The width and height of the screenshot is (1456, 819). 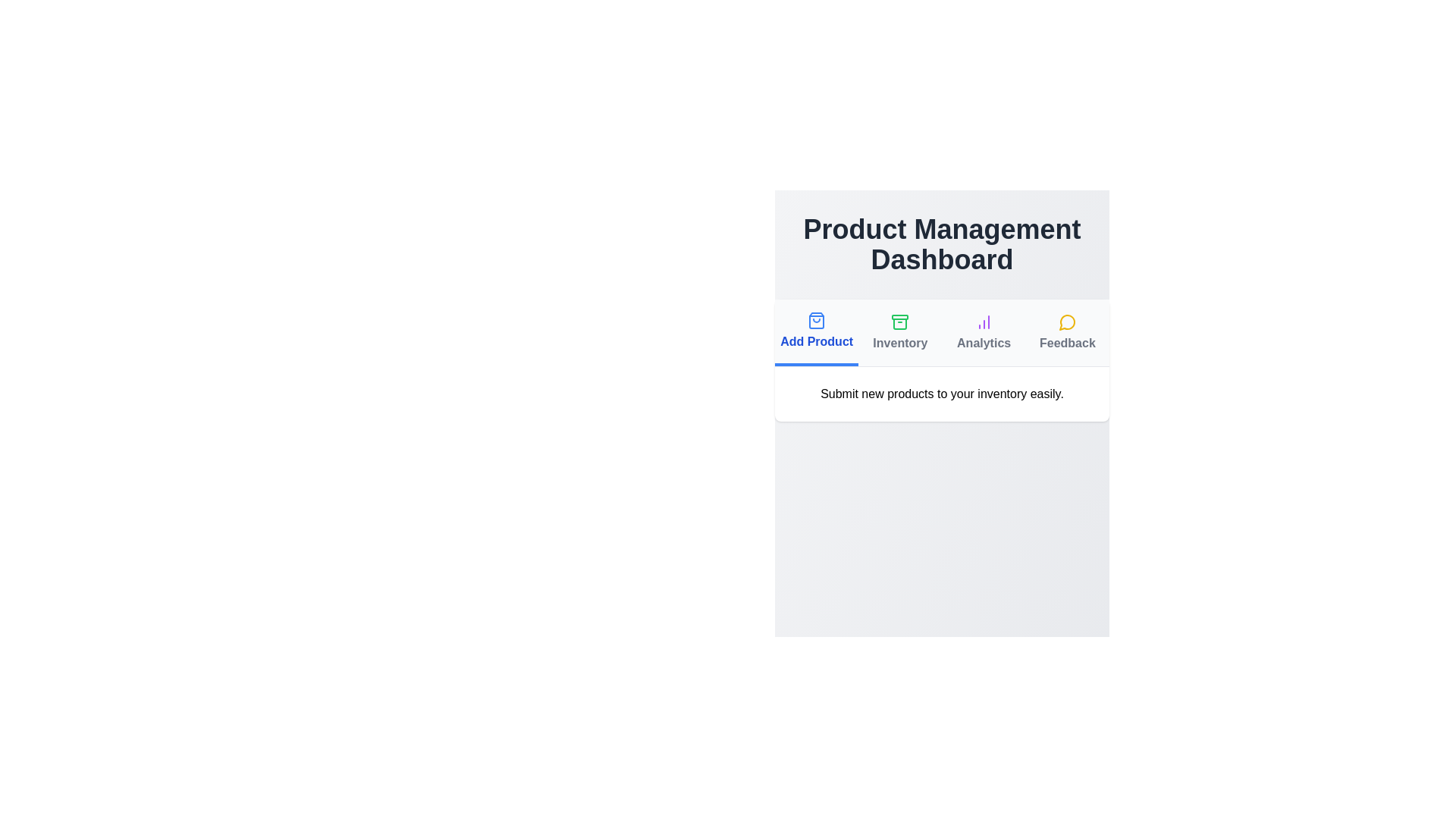 What do you see at coordinates (816, 320) in the screenshot?
I see `the 'Add Product' icon located in the navigation panel, which is the first icon from the left above the text 'Add Product'` at bounding box center [816, 320].